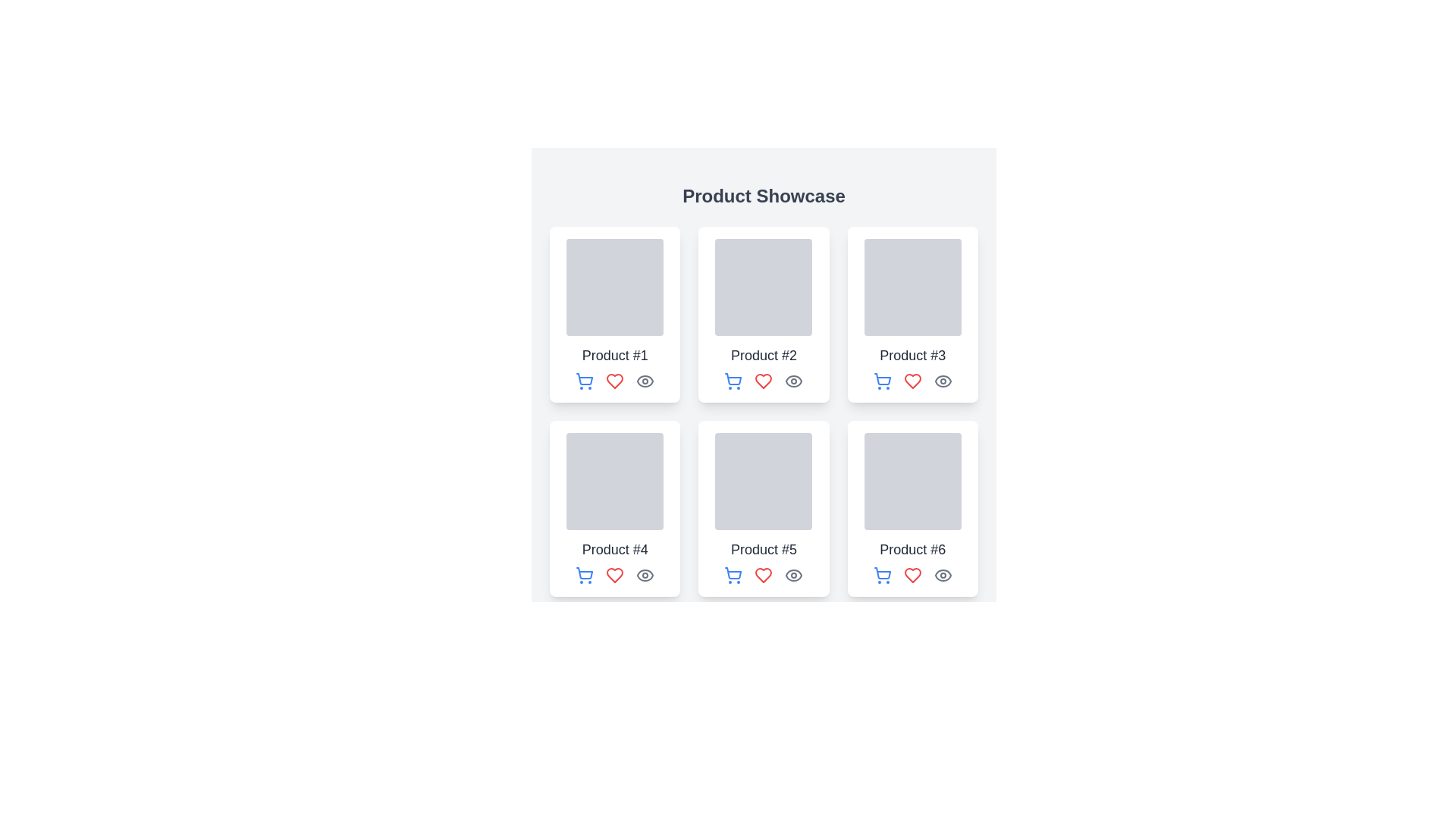 The width and height of the screenshot is (1456, 819). Describe the element at coordinates (912, 509) in the screenshot. I see `the Product card, which is a rectangular card with a white background and rounded corners, located in the second row and third column of a grid layout` at that location.